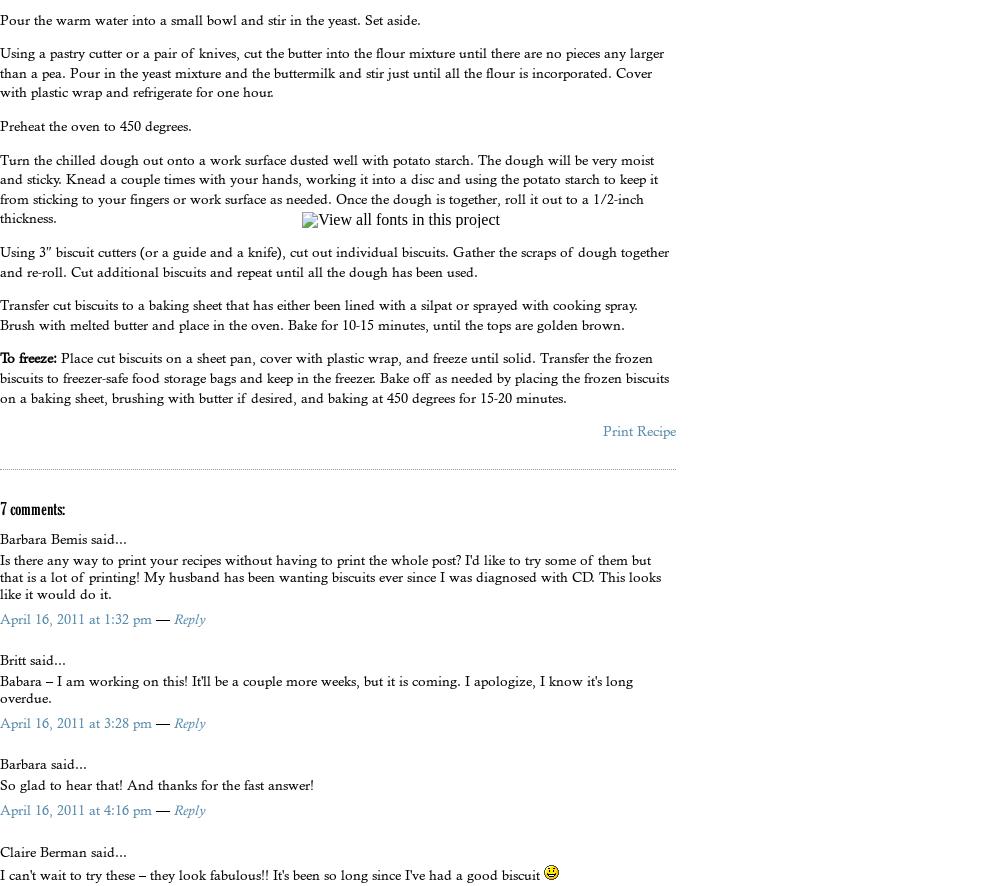 Image resolution: width=1005 pixels, height=886 pixels. What do you see at coordinates (0, 783) in the screenshot?
I see `'So glad to hear that!  And thanks for the fast answer!'` at bounding box center [0, 783].